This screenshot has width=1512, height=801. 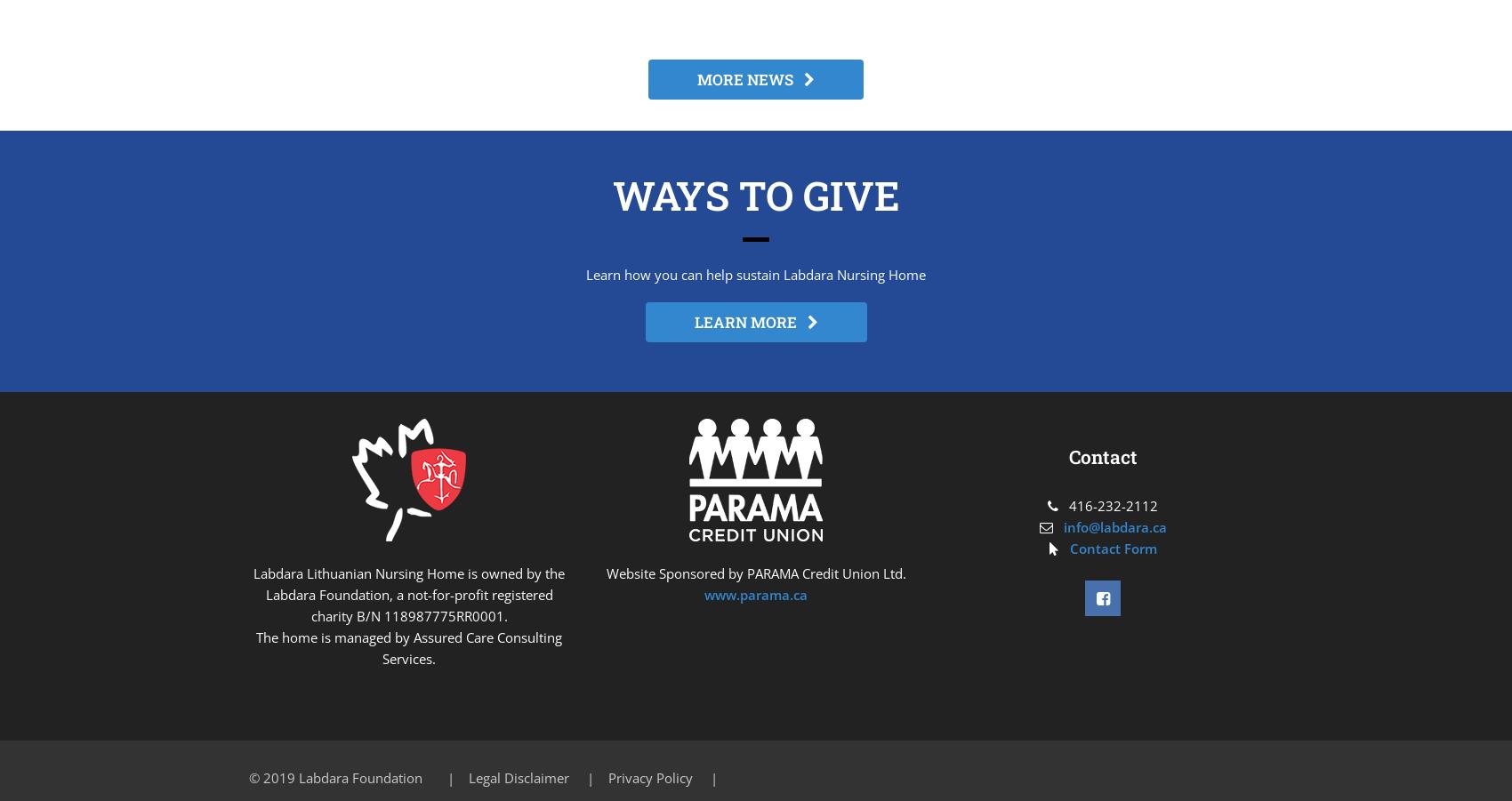 What do you see at coordinates (1101, 457) in the screenshot?
I see `'Contact'` at bounding box center [1101, 457].